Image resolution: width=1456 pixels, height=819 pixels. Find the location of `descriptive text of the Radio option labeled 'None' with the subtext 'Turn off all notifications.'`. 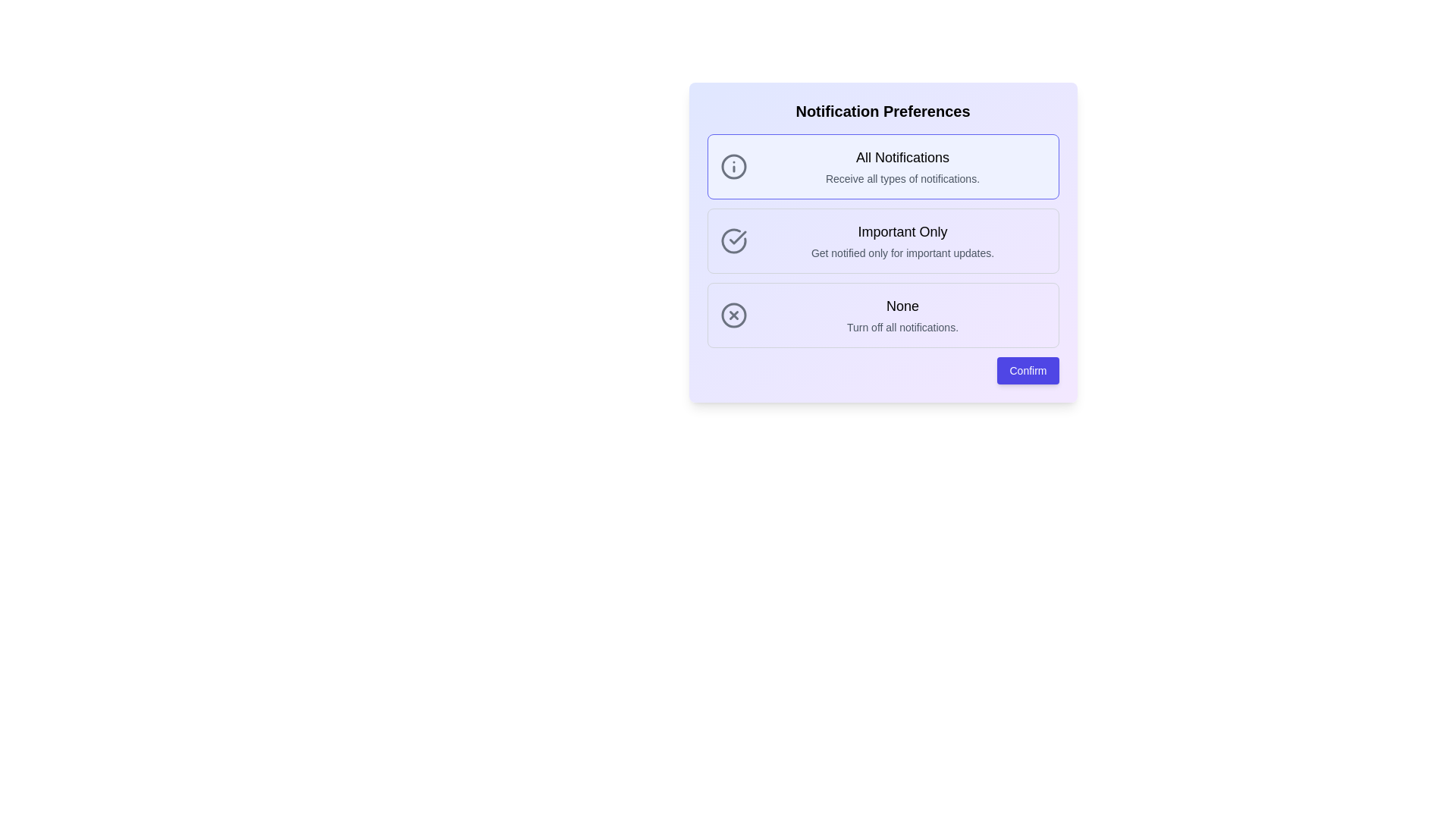

descriptive text of the Radio option labeled 'None' with the subtext 'Turn off all notifications.' is located at coordinates (883, 315).